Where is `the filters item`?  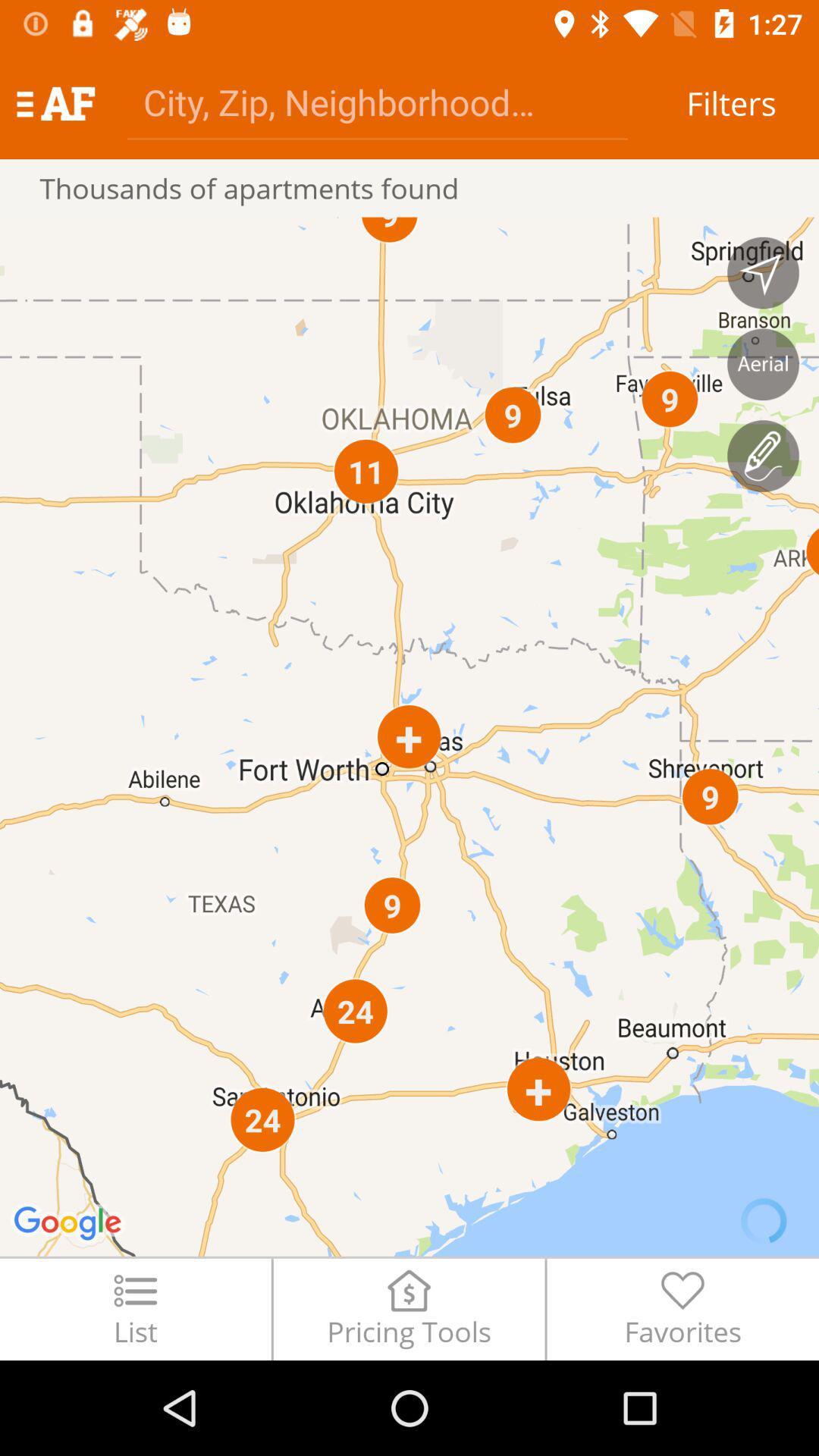 the filters item is located at coordinates (730, 102).